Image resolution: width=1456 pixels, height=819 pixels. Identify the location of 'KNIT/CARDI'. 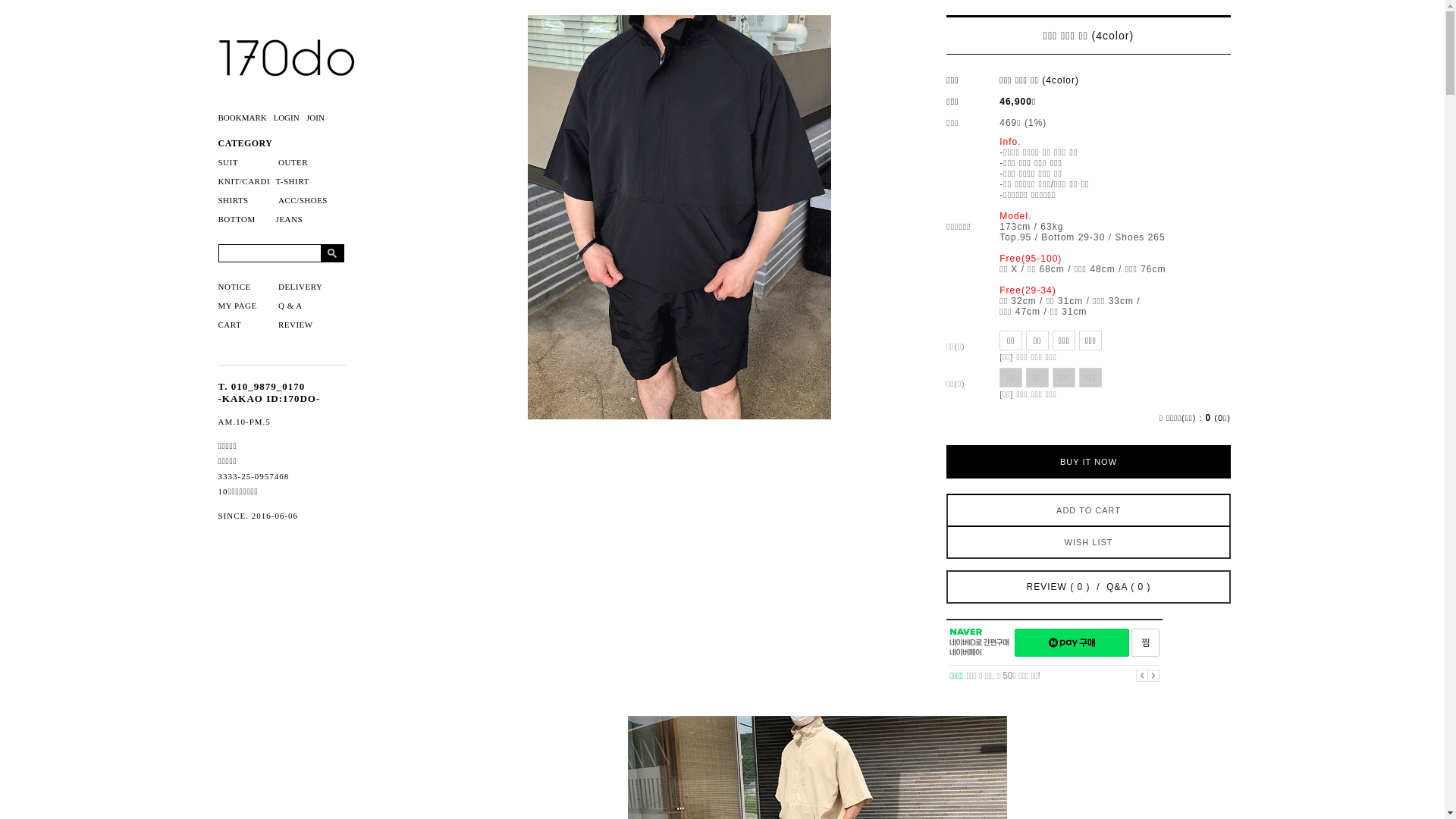
(244, 180).